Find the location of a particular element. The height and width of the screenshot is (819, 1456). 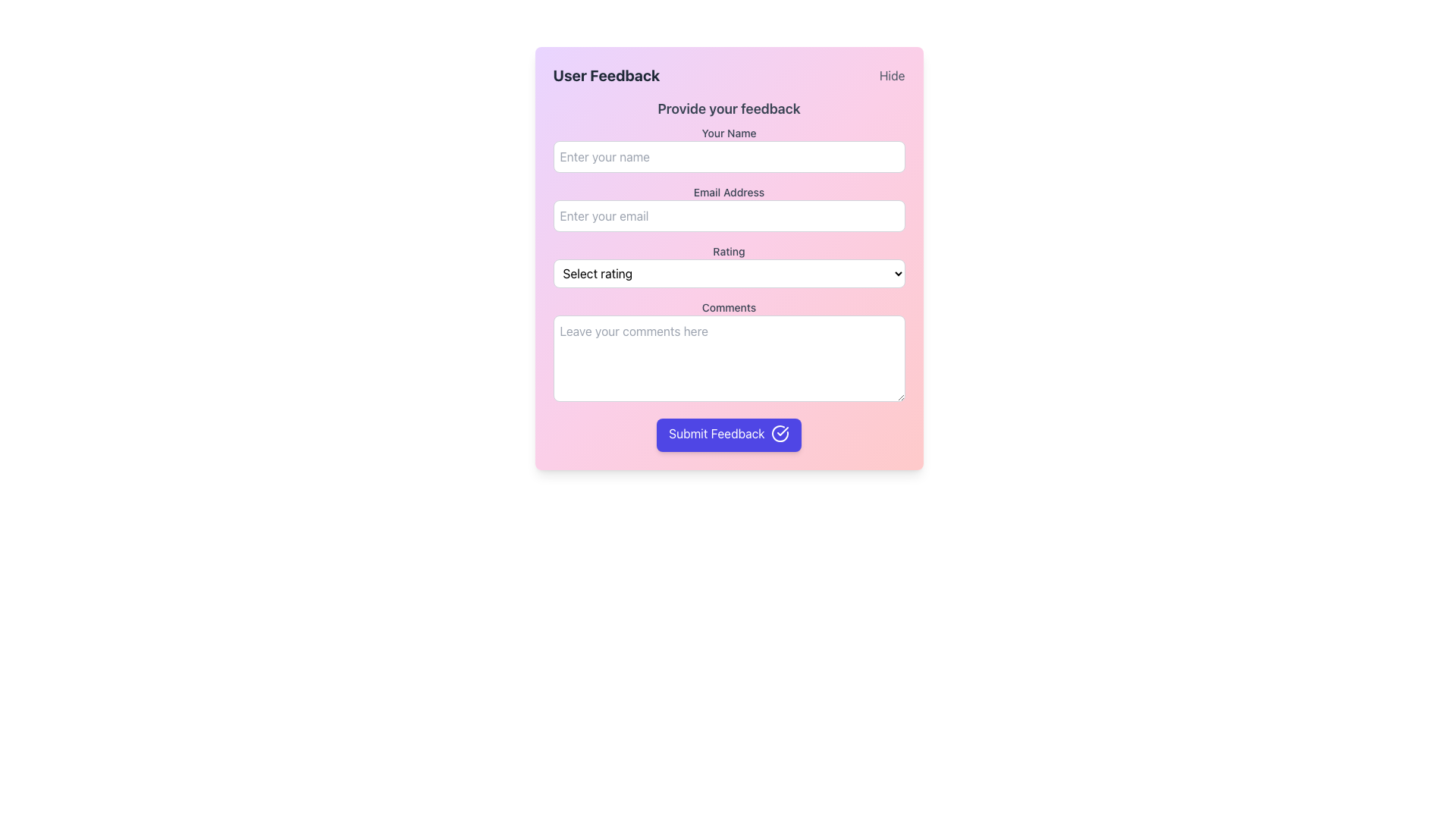

the label that describes the purpose of the text input field for entering the user's name, located near the top of the feedback form below the section heading 'Provide your feedback' is located at coordinates (729, 133).